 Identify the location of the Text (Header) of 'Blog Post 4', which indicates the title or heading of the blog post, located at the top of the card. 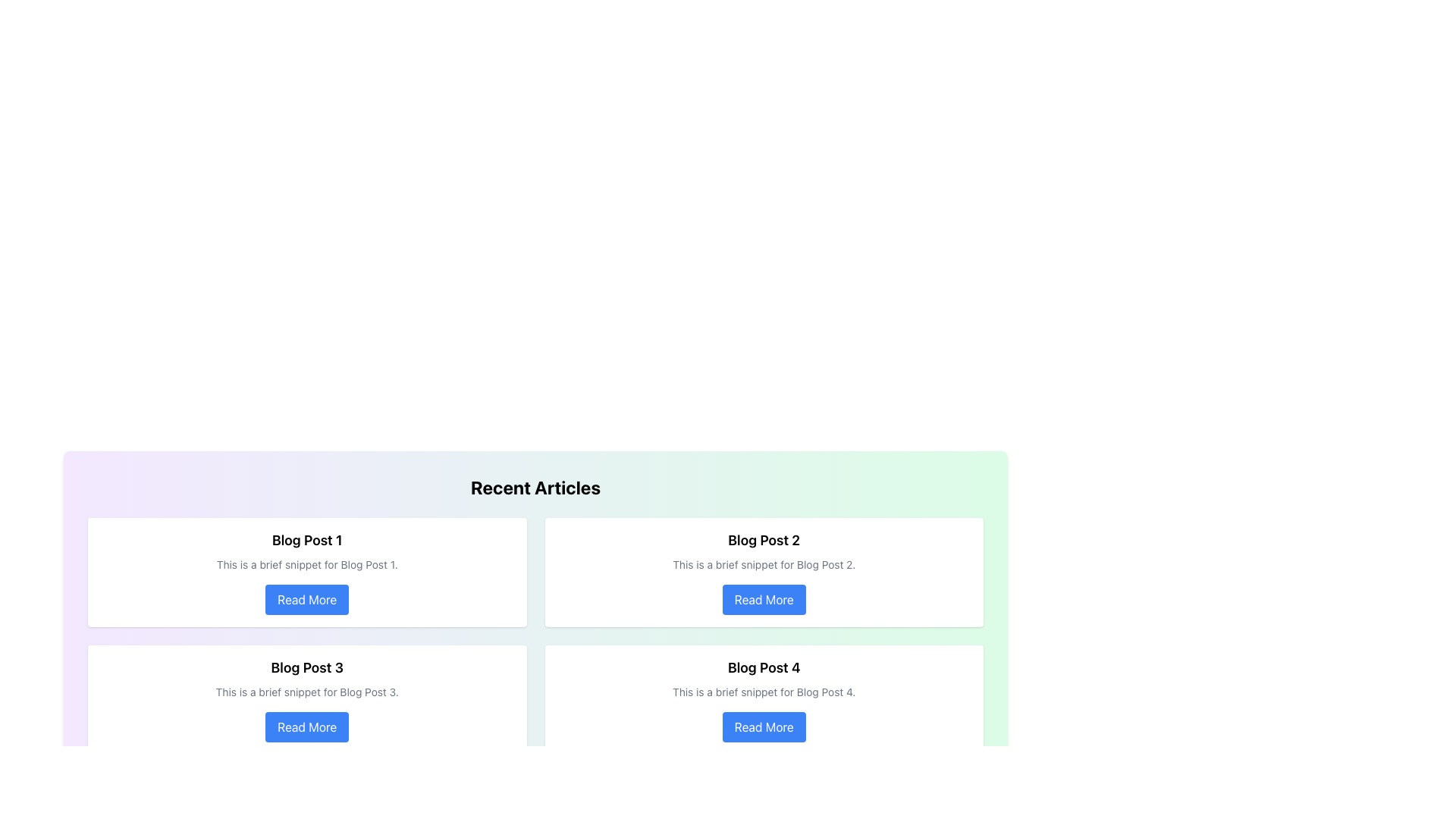
(764, 667).